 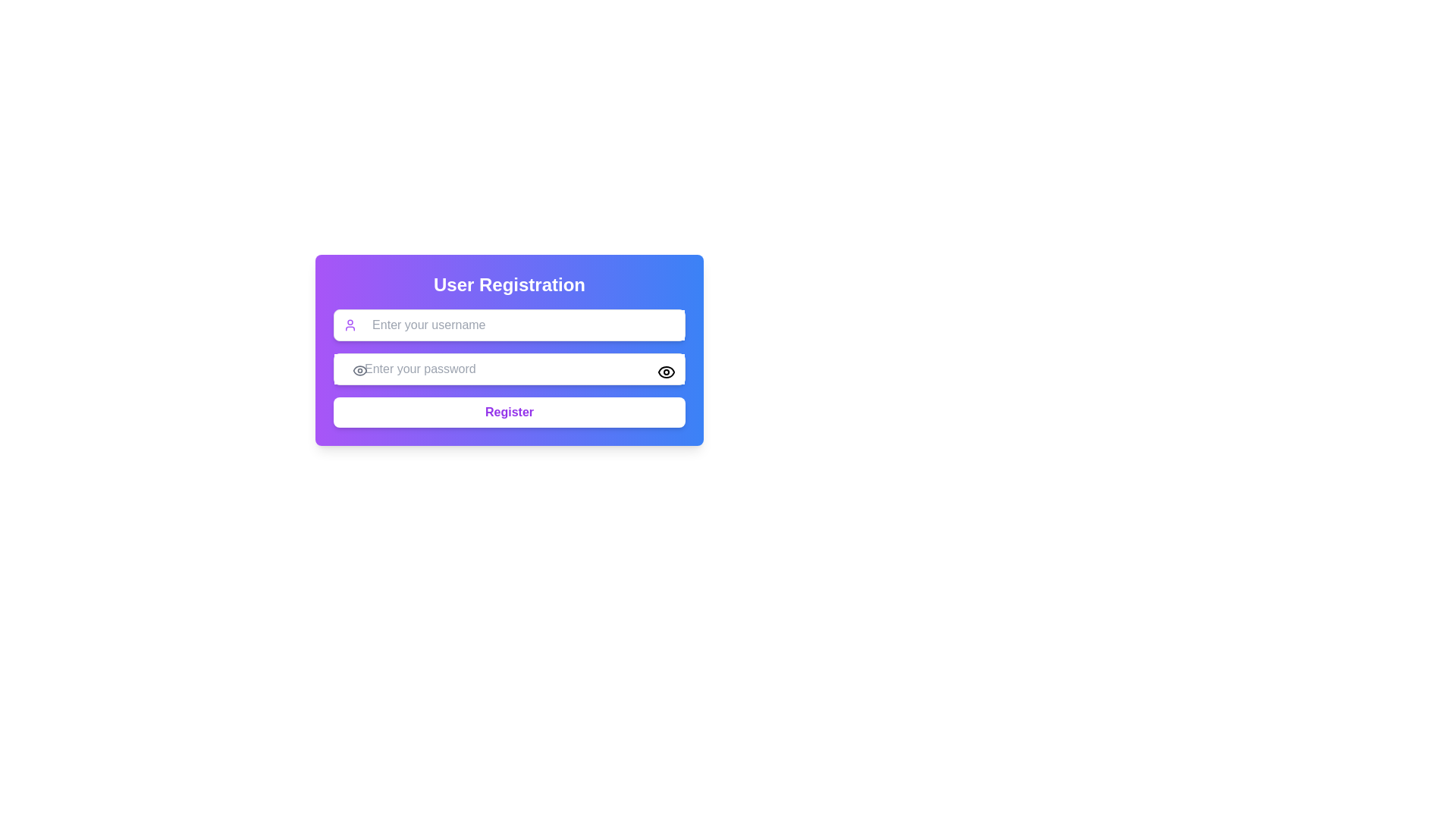 I want to click on the 'Register' button, which is a rectangular button with rounded edges, white background, and purple text located at the bottom of the 'User Registration' form card, so click(x=510, y=412).